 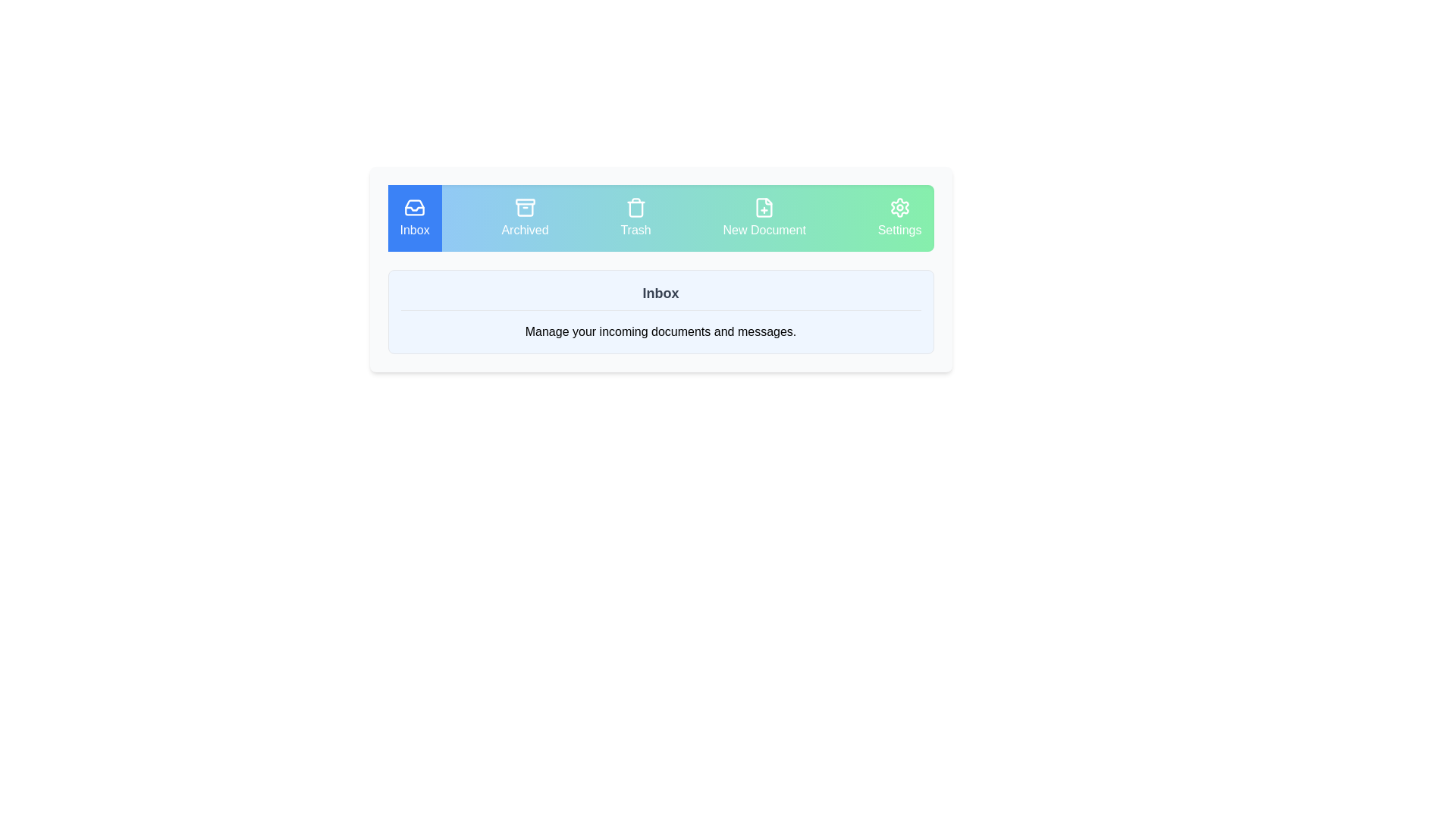 I want to click on the tab labeled Trash to switch to it, so click(x=635, y=218).